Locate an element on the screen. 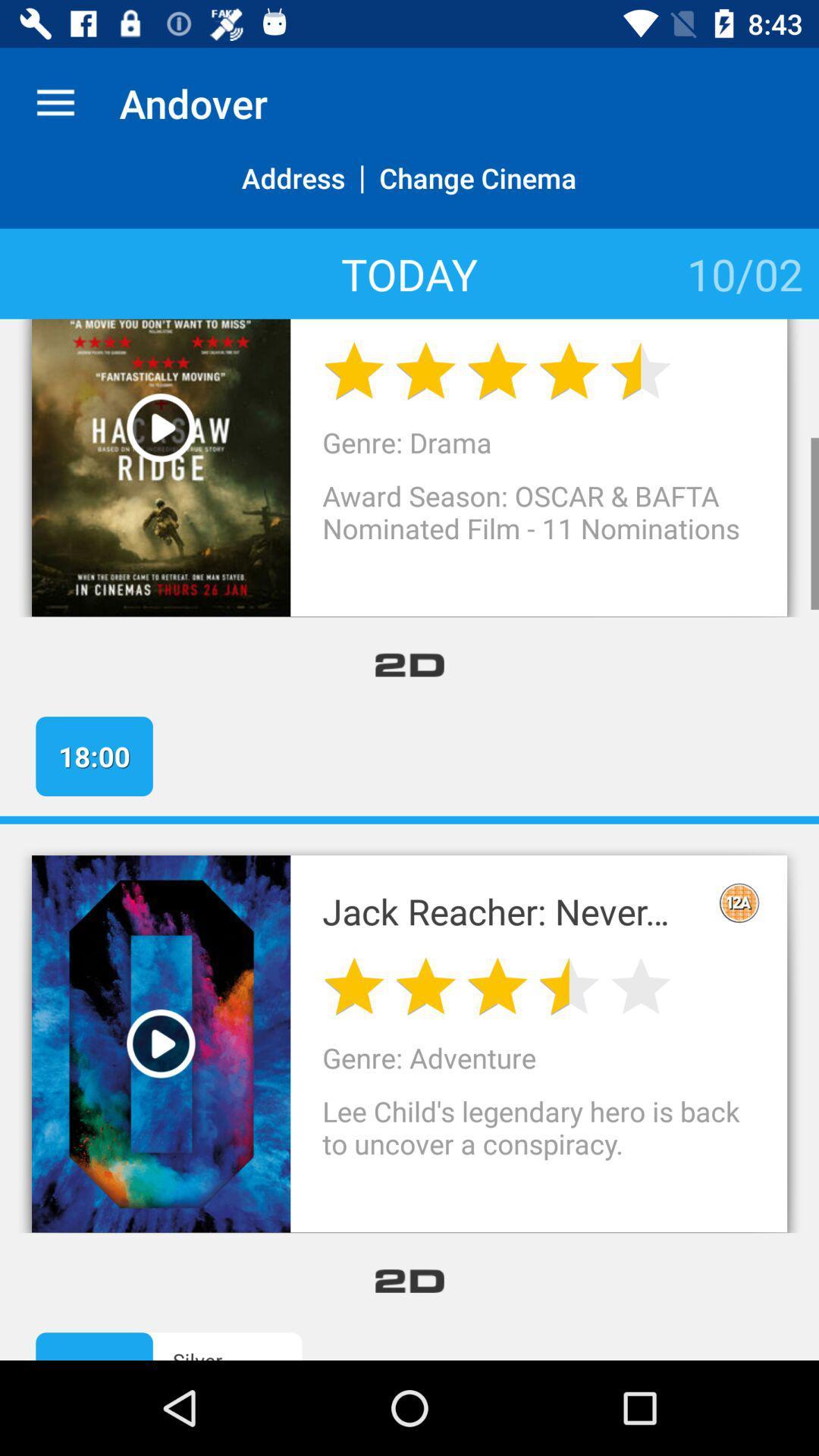 The image size is (819, 1456). video is located at coordinates (161, 427).